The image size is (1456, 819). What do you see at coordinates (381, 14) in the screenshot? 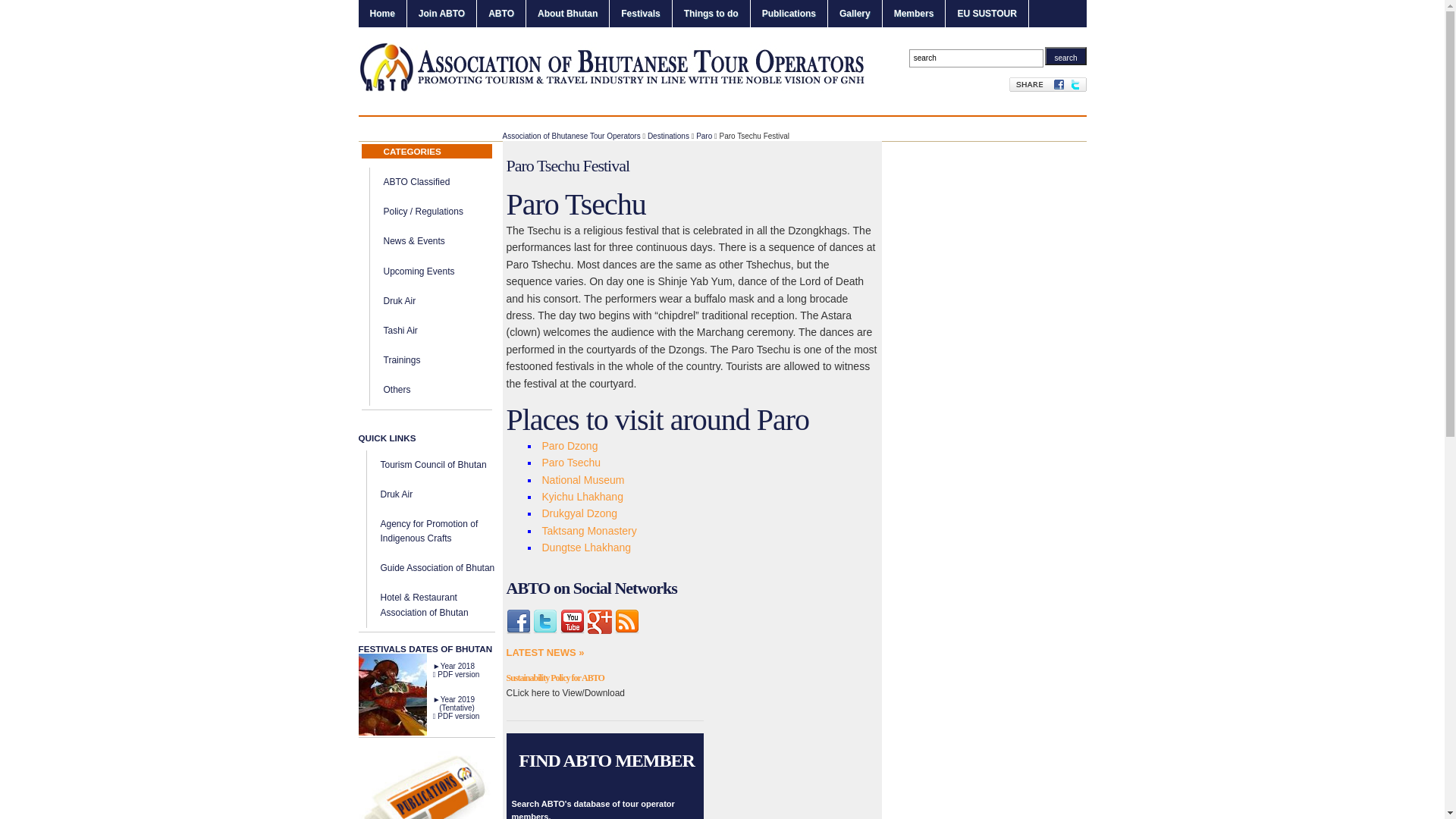
I see `'Home'` at bounding box center [381, 14].